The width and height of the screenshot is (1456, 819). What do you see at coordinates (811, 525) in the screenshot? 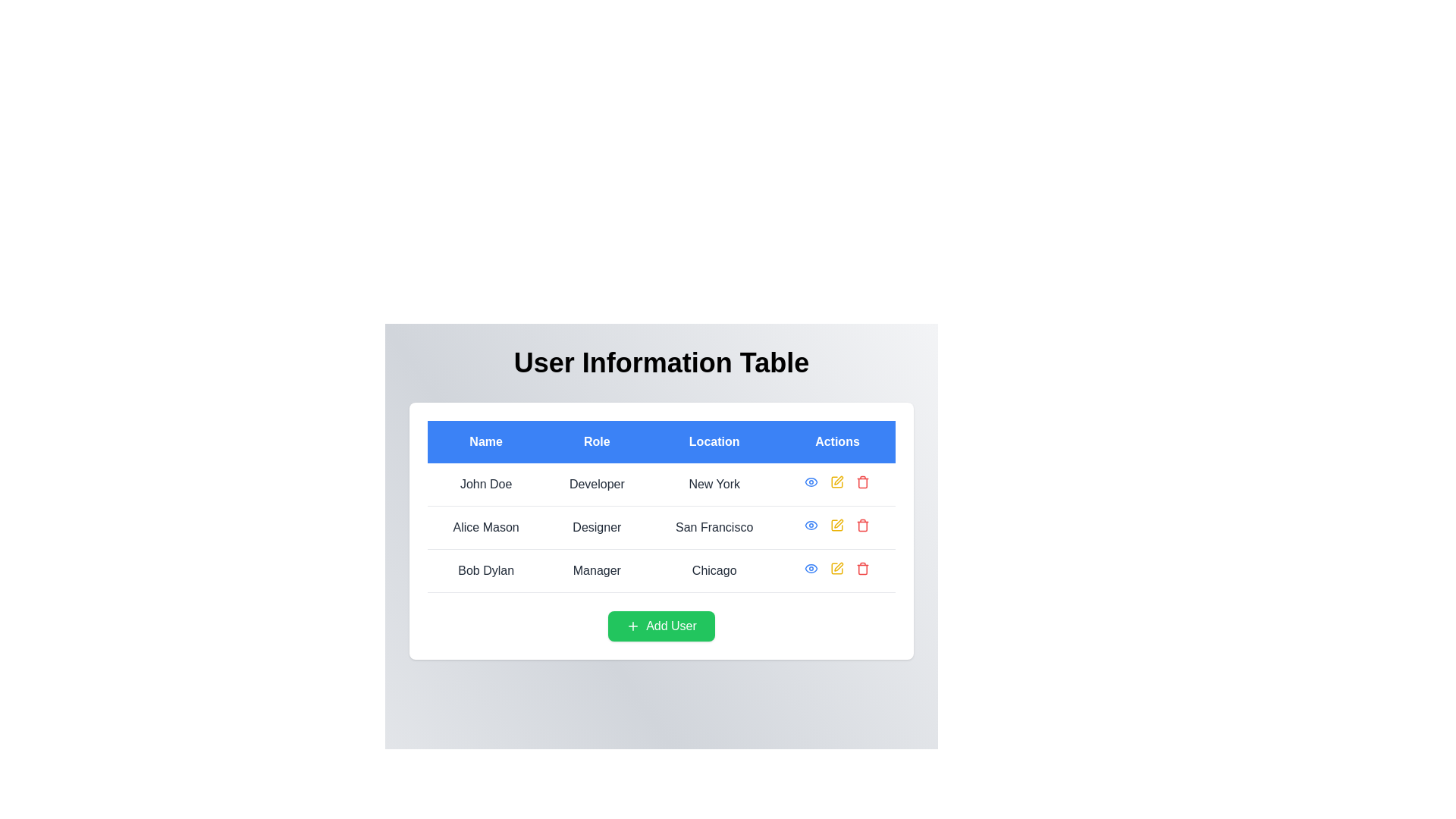
I see `the SVG element representing the outline of an eye, which indicates a 'view' or 'visibility' function in the user interface` at bounding box center [811, 525].